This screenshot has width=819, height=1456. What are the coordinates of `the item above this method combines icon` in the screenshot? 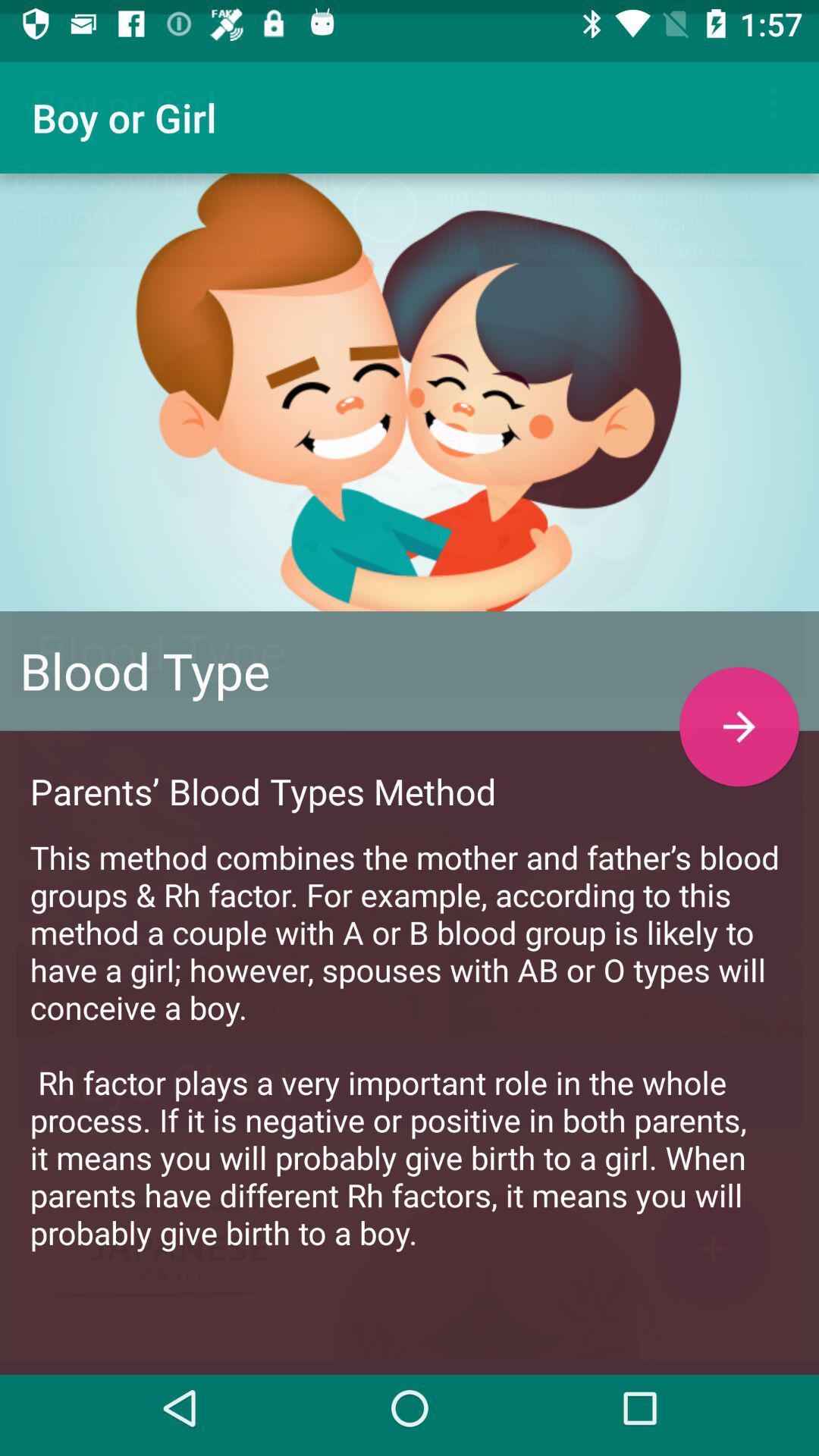 It's located at (739, 711).